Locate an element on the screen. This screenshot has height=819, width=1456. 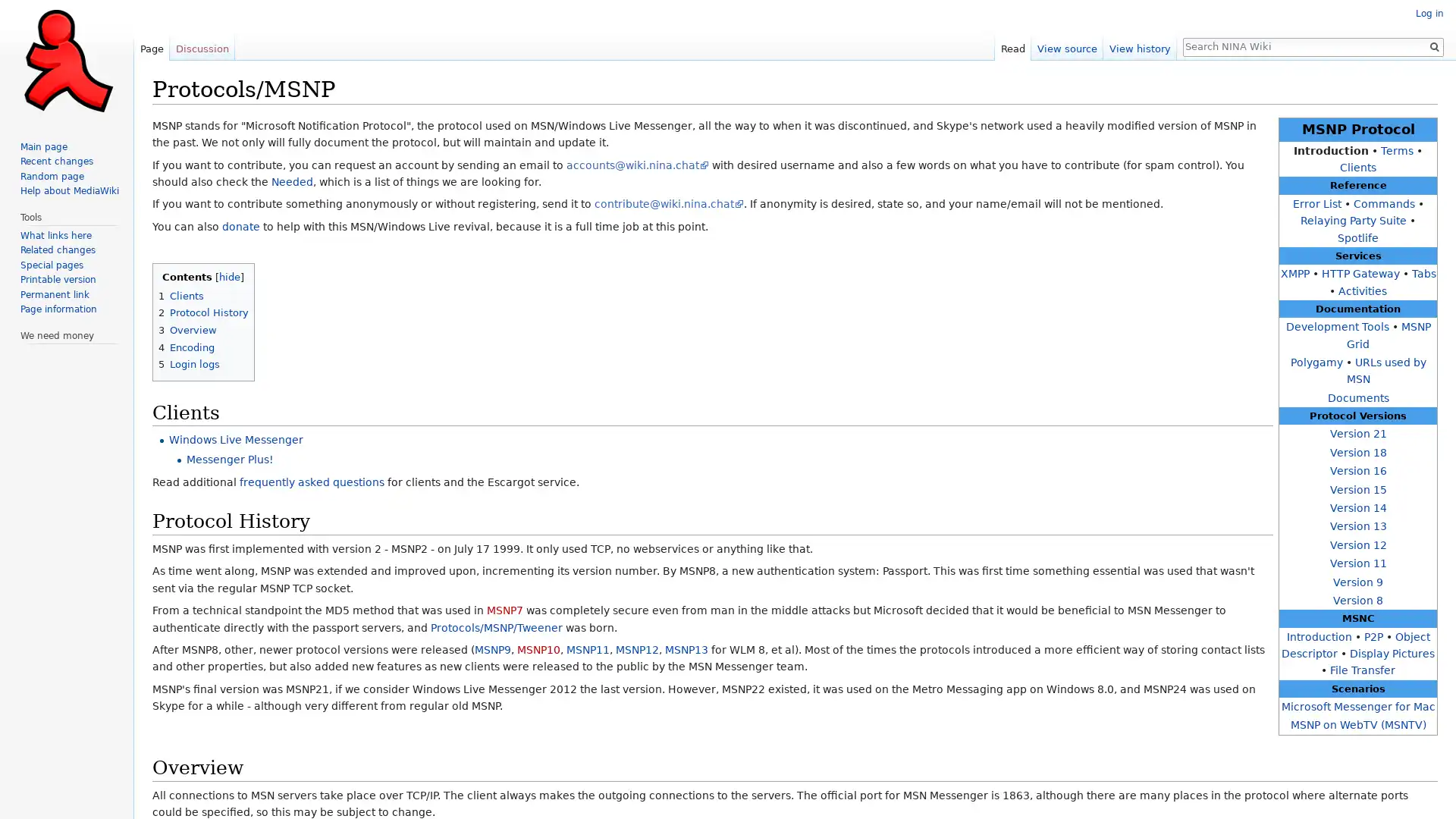
Go is located at coordinates (1433, 45).